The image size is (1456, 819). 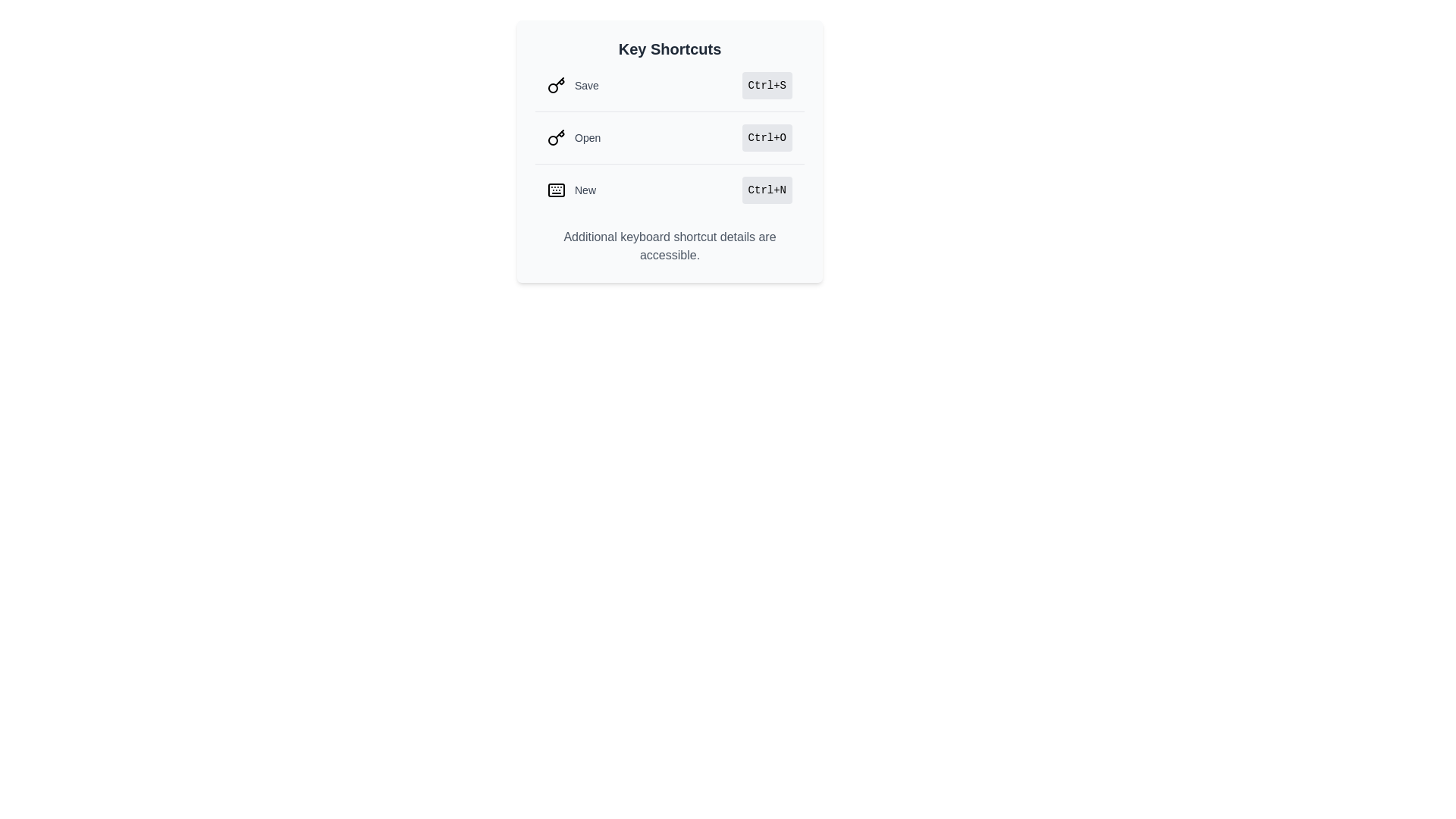 I want to click on the 'Open' text label with a key icon, so click(x=573, y=137).